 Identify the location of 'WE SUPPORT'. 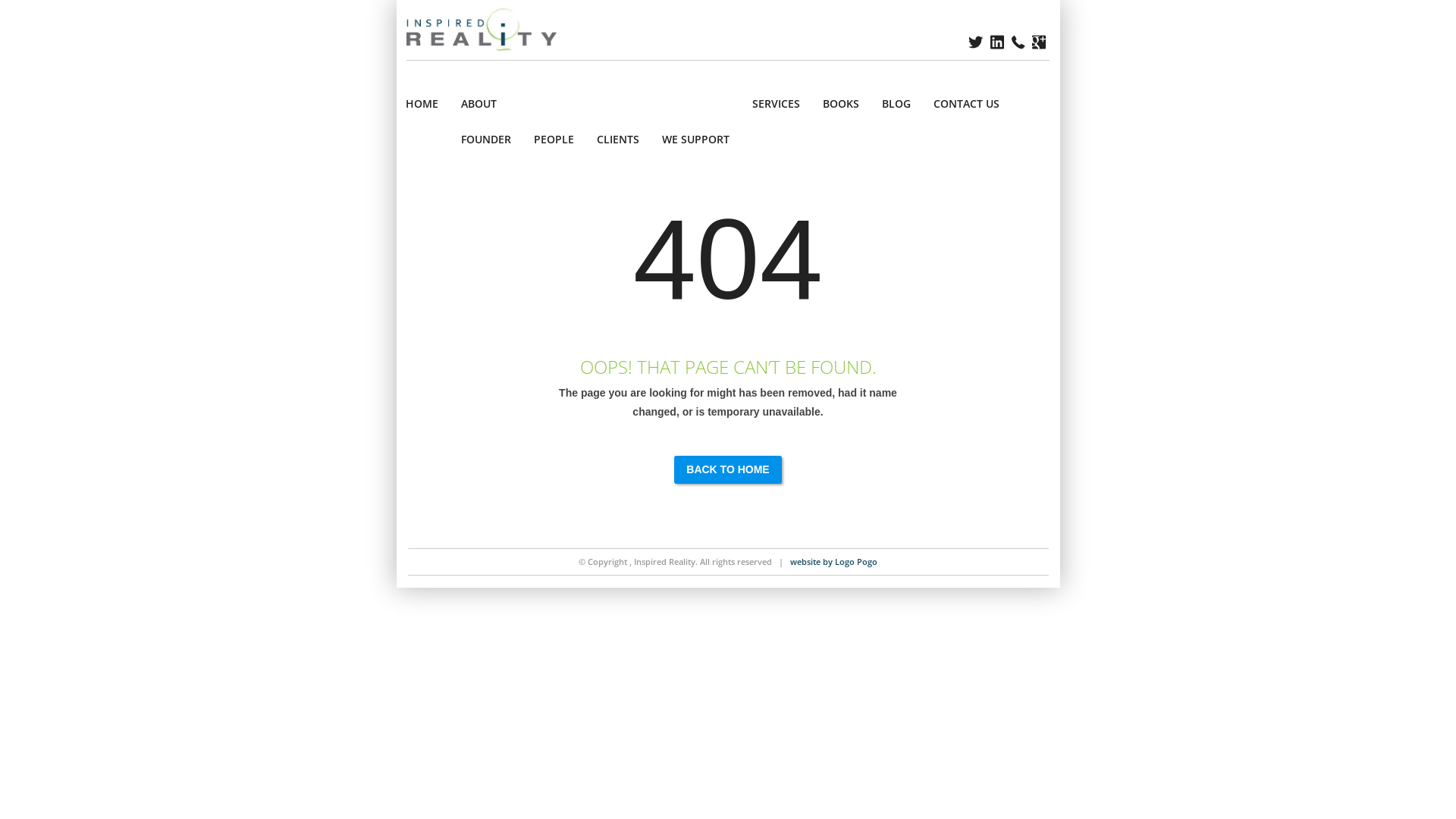
(695, 139).